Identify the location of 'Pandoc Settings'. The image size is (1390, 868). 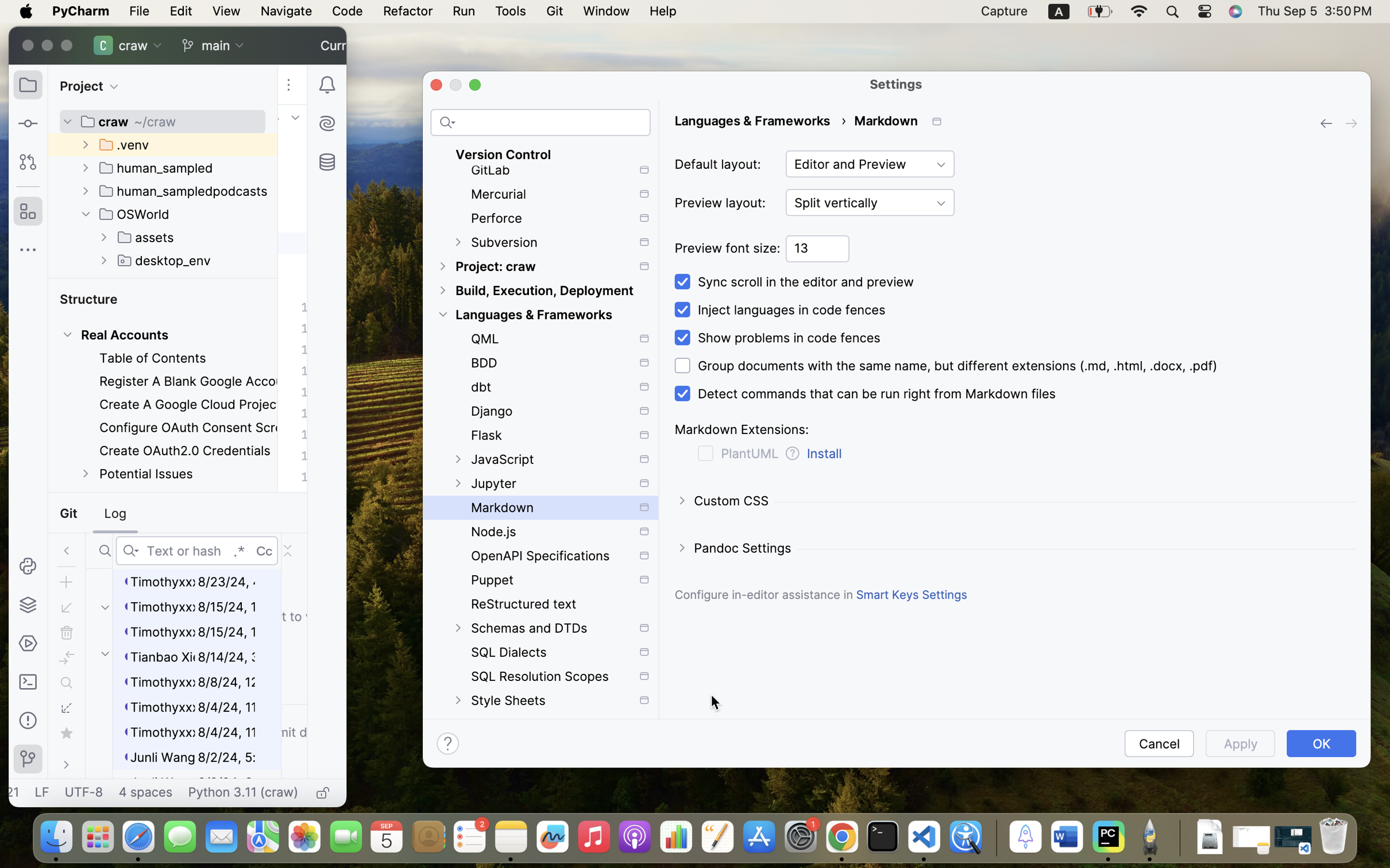
(734, 547).